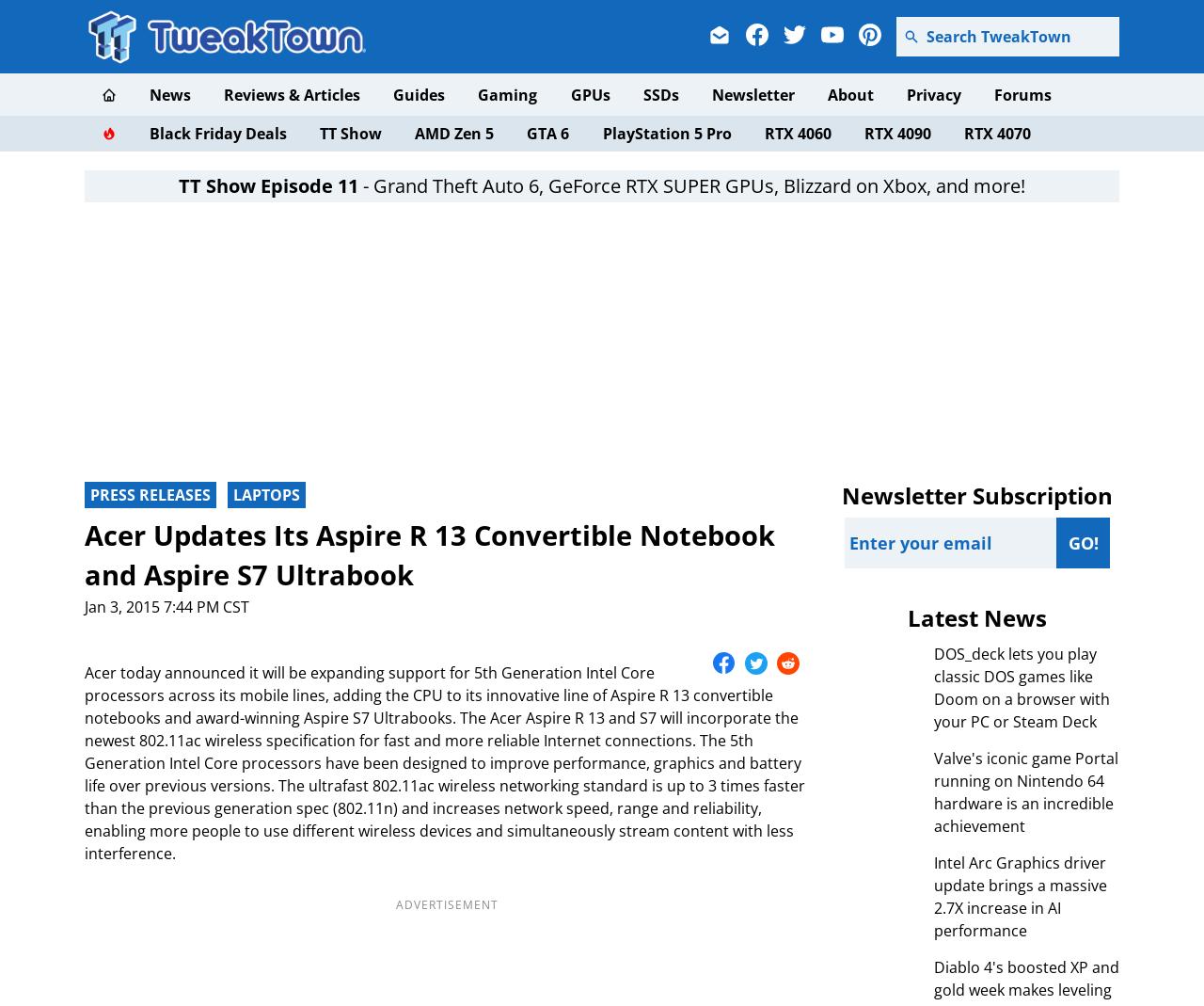 The height and width of the screenshot is (1006, 1204). What do you see at coordinates (895, 133) in the screenshot?
I see `'RTX 4090'` at bounding box center [895, 133].